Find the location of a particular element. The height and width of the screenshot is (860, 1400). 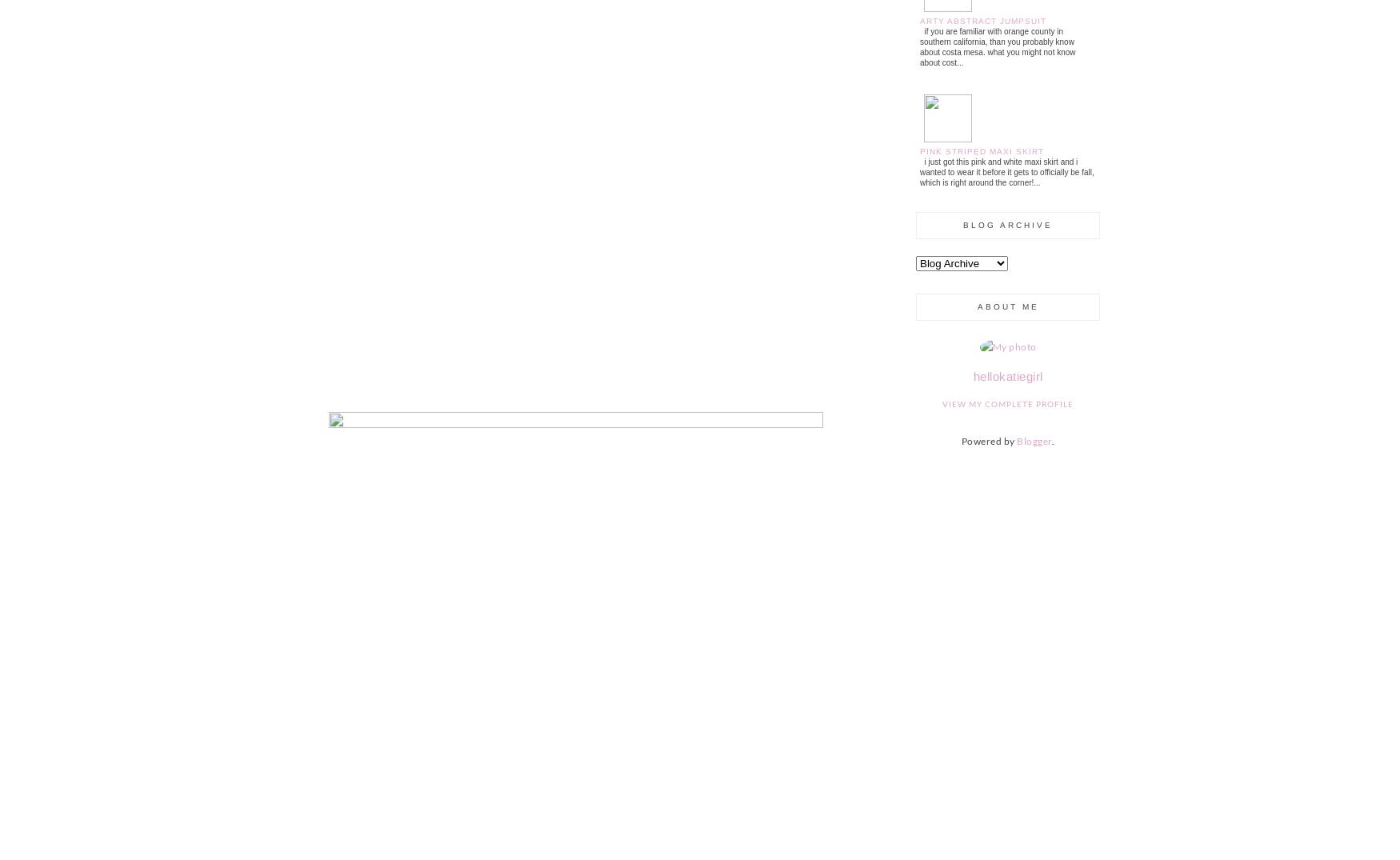

'Blogger' is located at coordinates (1033, 441).